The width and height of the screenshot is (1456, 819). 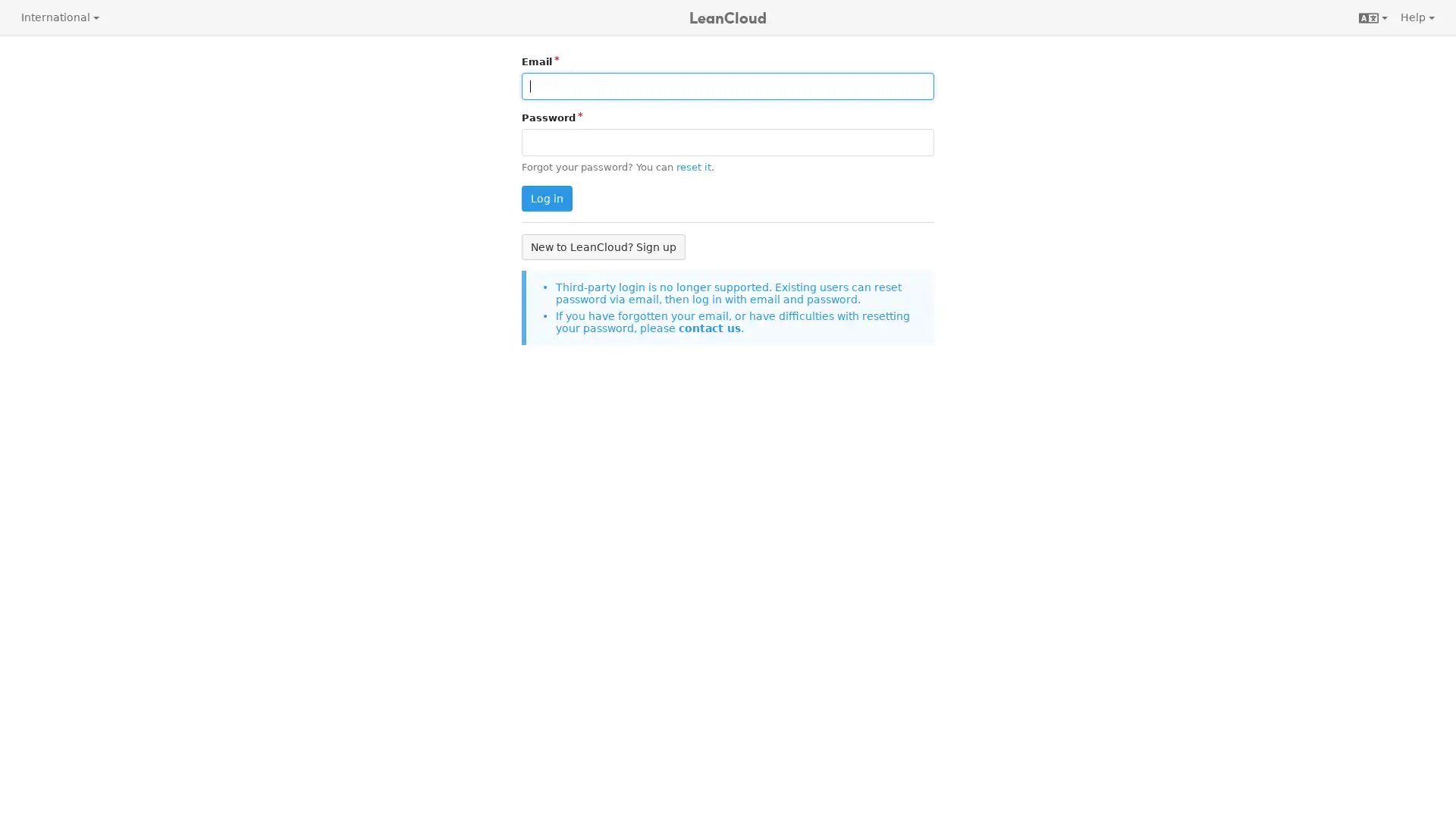 I want to click on Log in, so click(x=546, y=198).